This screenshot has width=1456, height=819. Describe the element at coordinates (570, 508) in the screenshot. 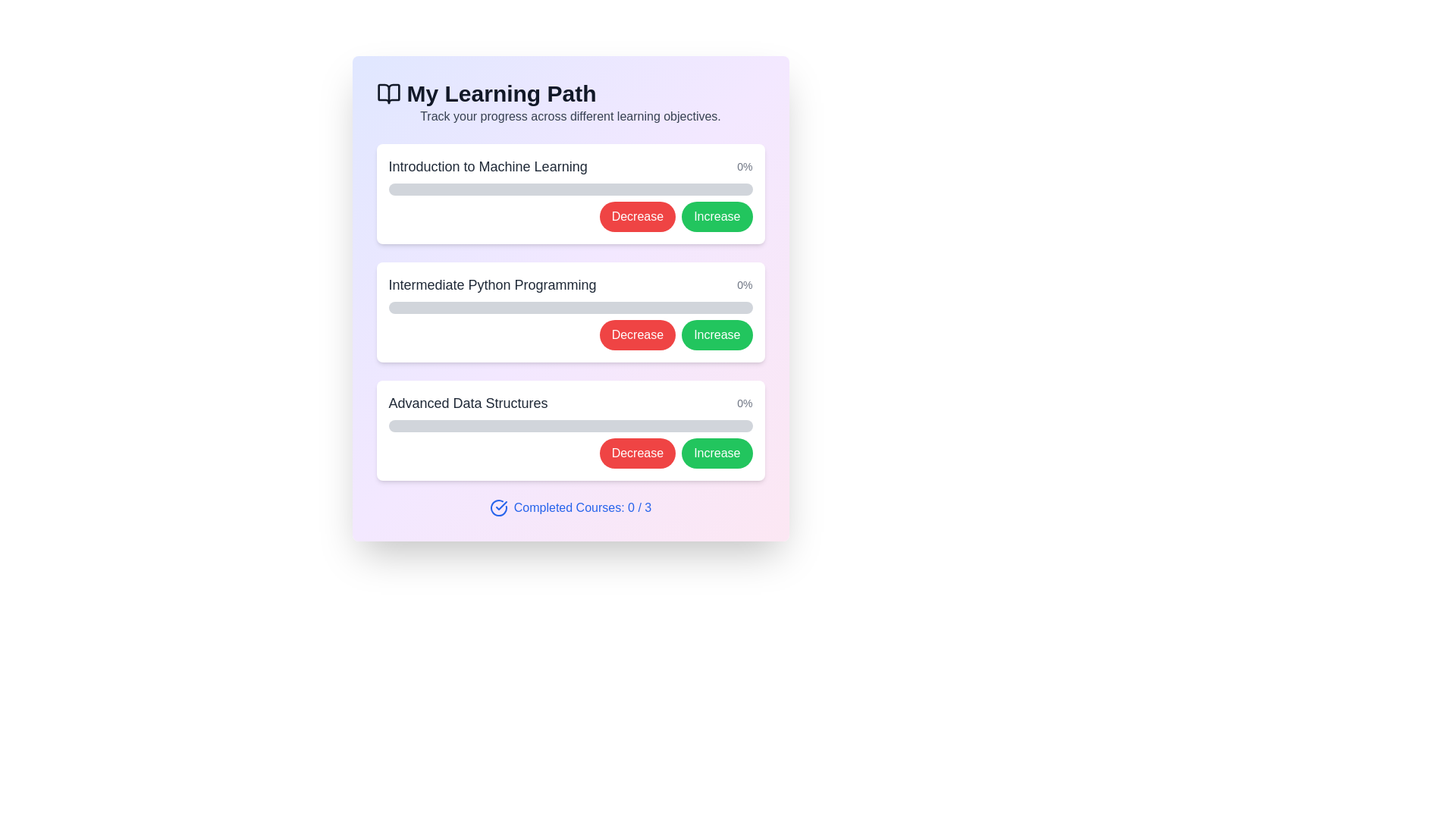

I see `the text element reading 'Completed Courses: 0 / 3' with a checkmark circle icon` at that location.